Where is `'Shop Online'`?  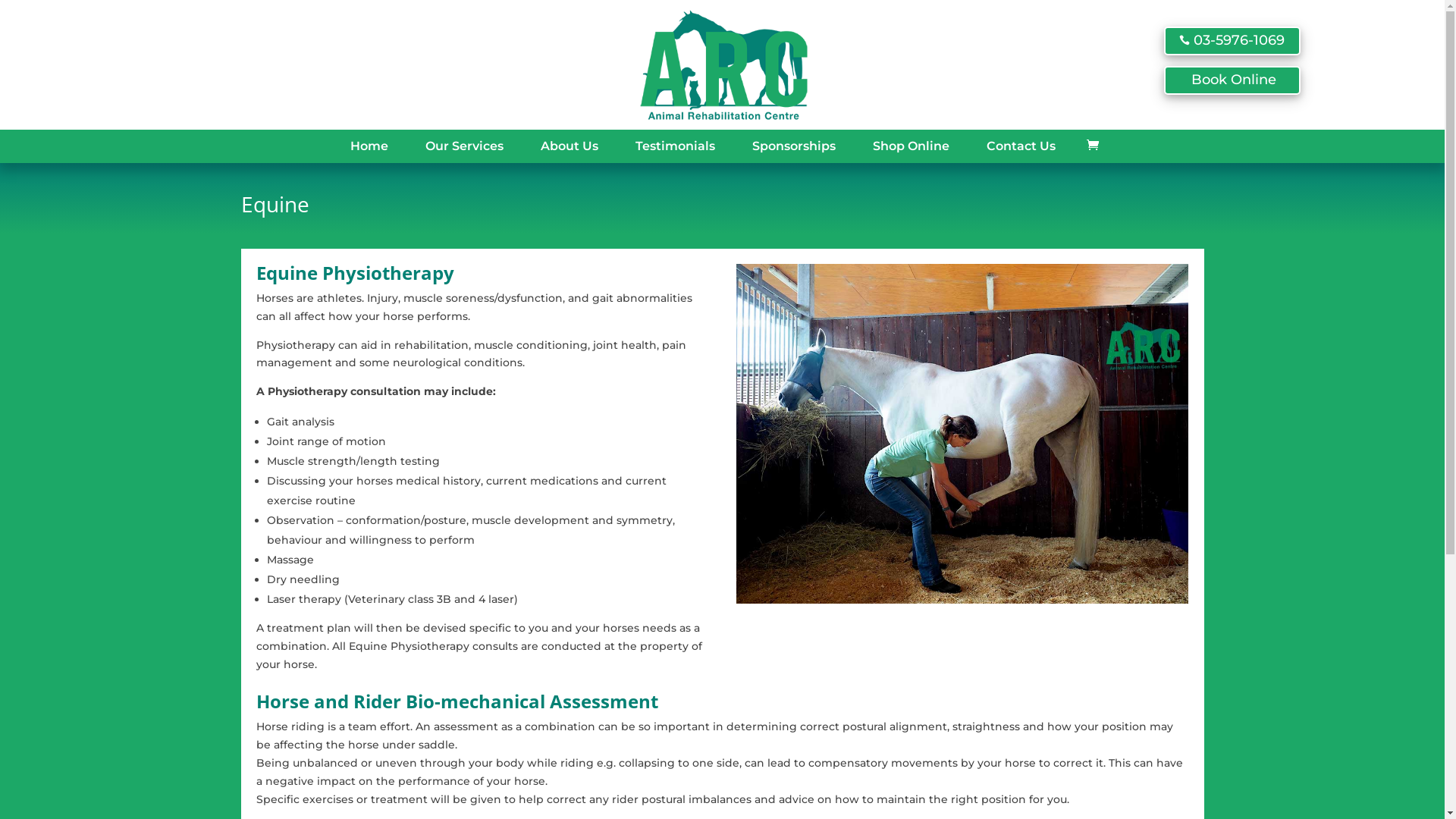 'Shop Online' is located at coordinates (910, 146).